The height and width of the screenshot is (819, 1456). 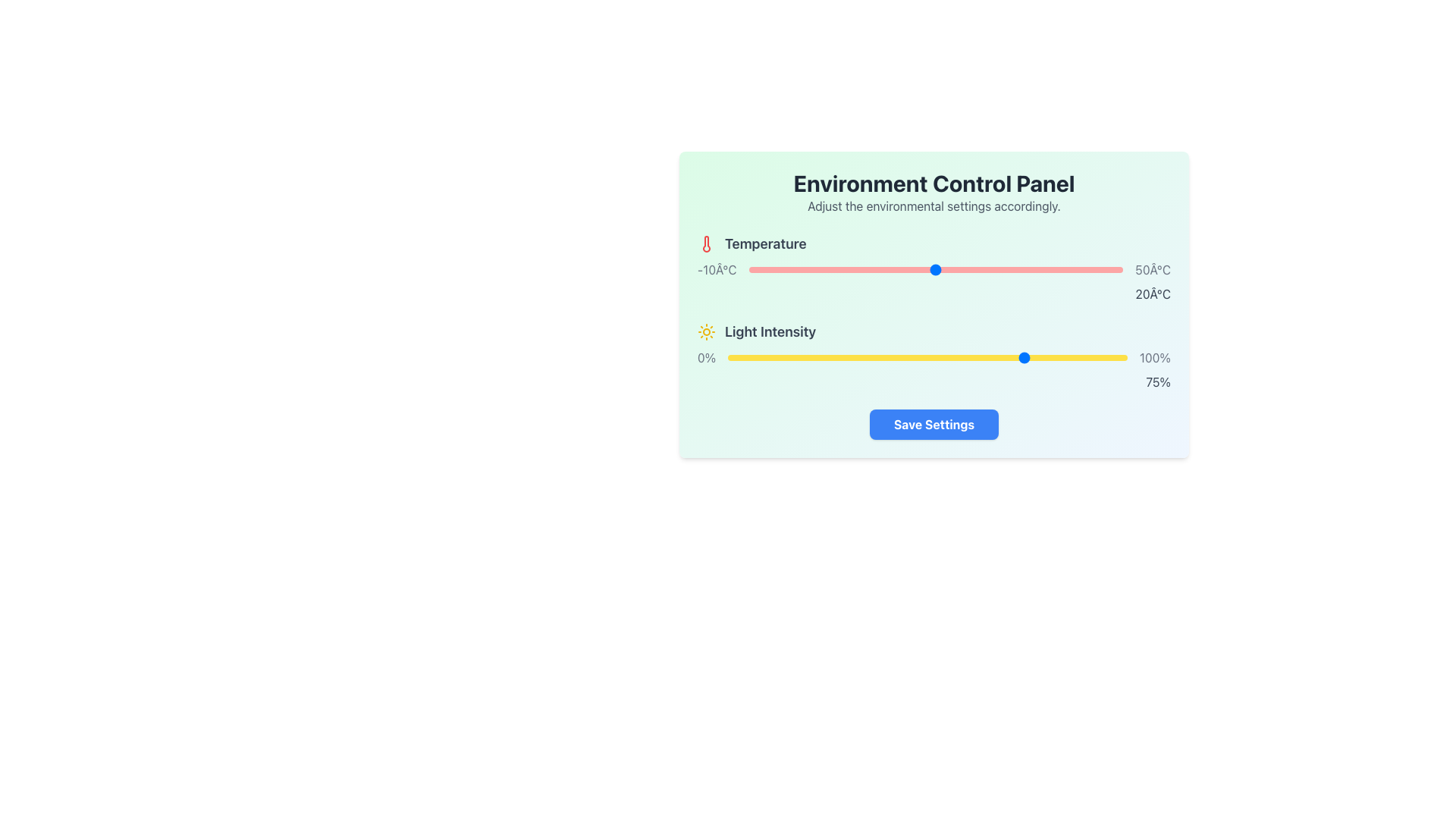 I want to click on temperature, so click(x=855, y=268).